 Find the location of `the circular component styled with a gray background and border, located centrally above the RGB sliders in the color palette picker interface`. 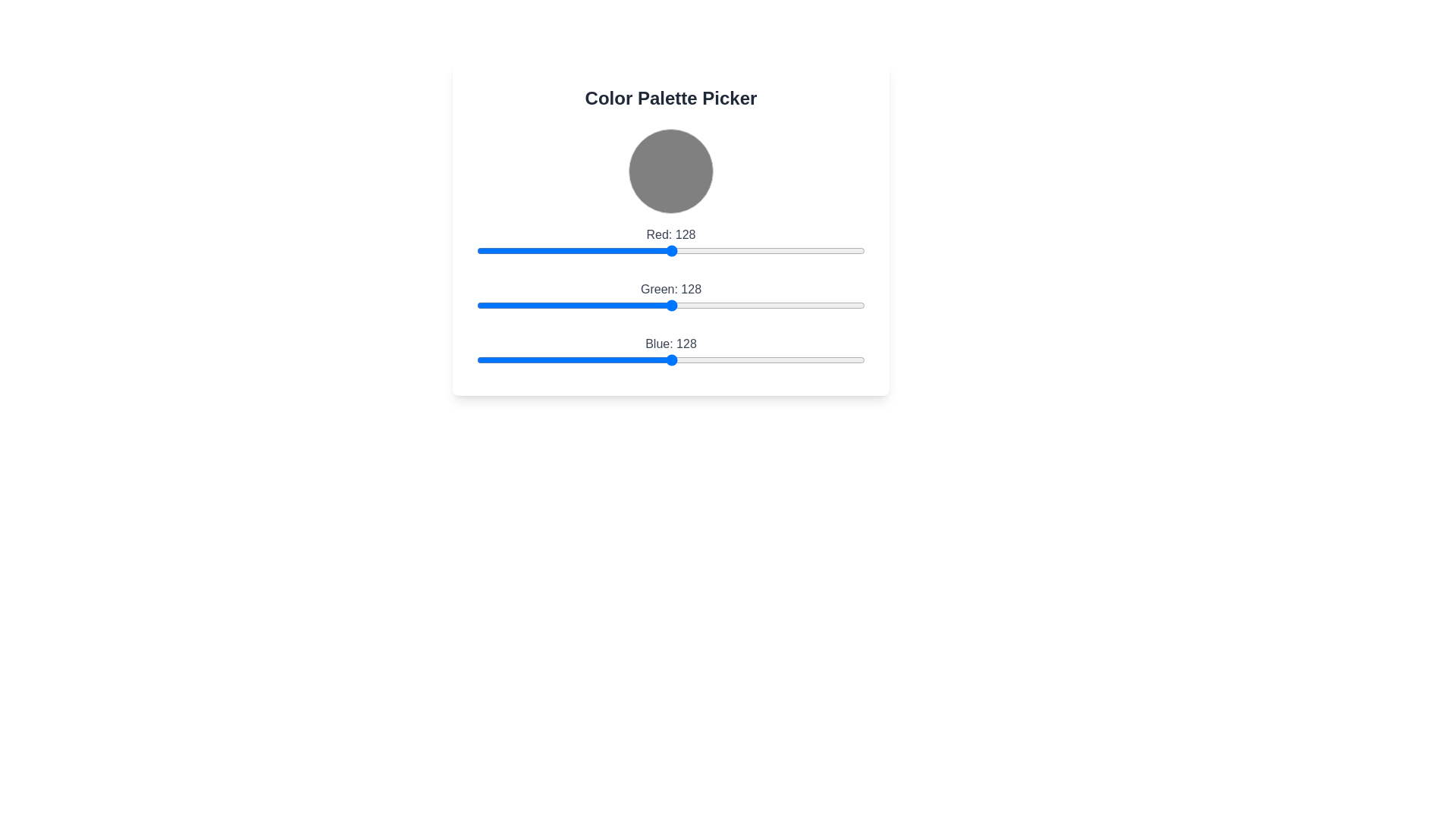

the circular component styled with a gray background and border, located centrally above the RGB sliders in the color palette picker interface is located at coordinates (670, 171).